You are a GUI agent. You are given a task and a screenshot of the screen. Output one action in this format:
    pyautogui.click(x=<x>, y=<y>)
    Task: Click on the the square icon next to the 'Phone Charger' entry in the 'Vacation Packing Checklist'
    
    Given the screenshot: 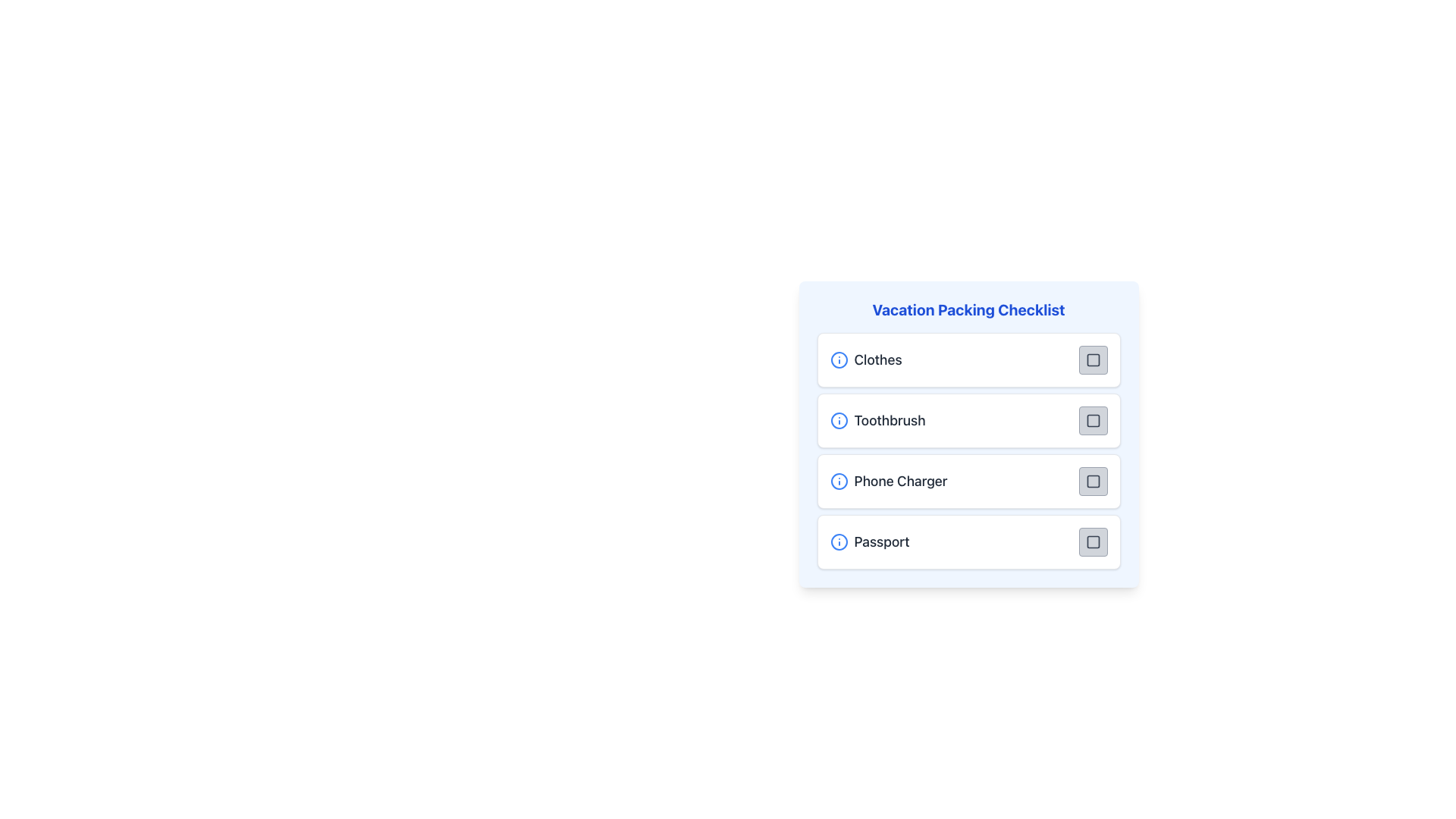 What is the action you would take?
    pyautogui.click(x=1093, y=482)
    